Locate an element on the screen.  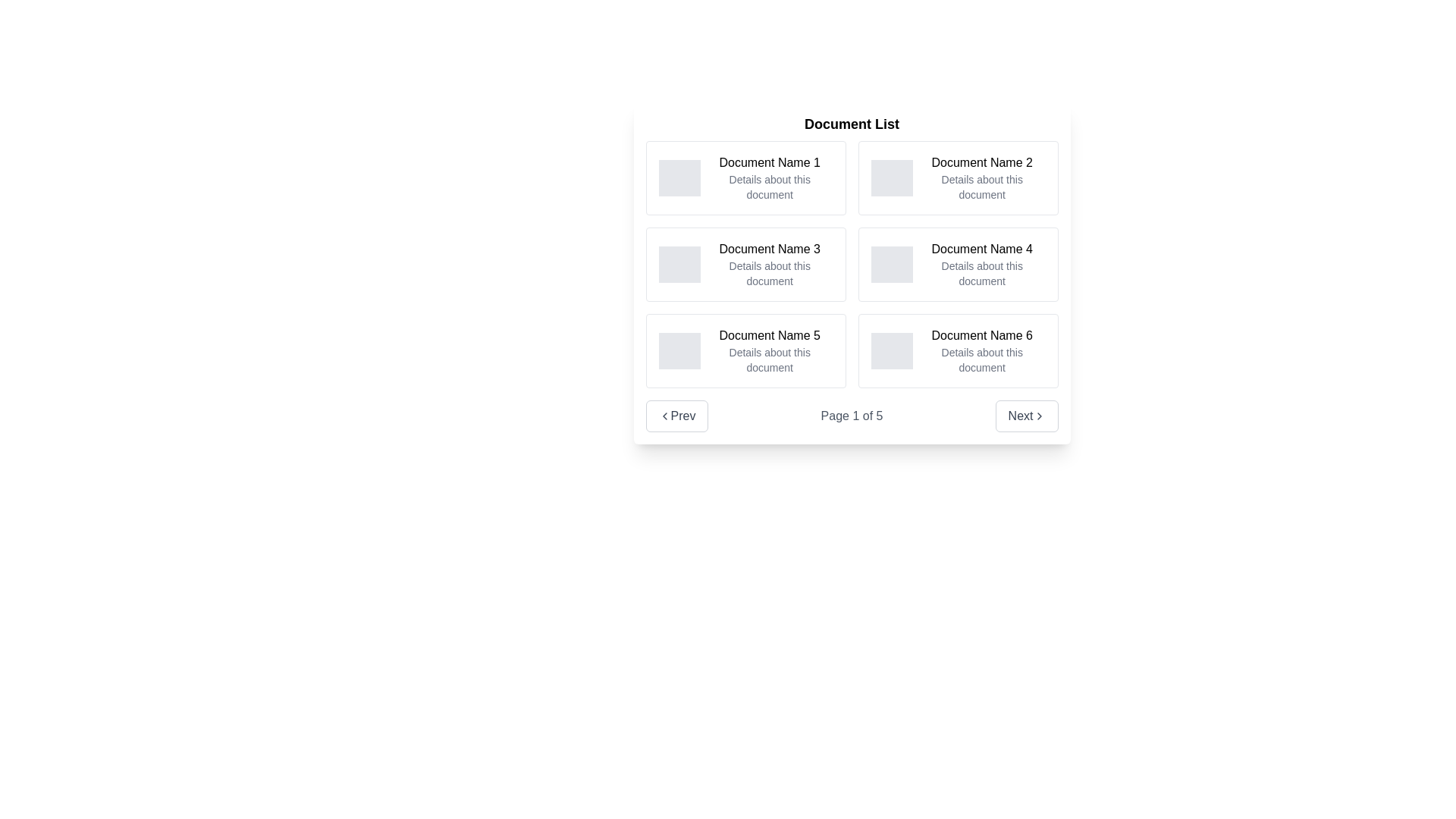
text from the Text block displaying the title 'Document Name 6' and description 'Details about this document' located within the sixth card of the 'Document List' is located at coordinates (982, 350).